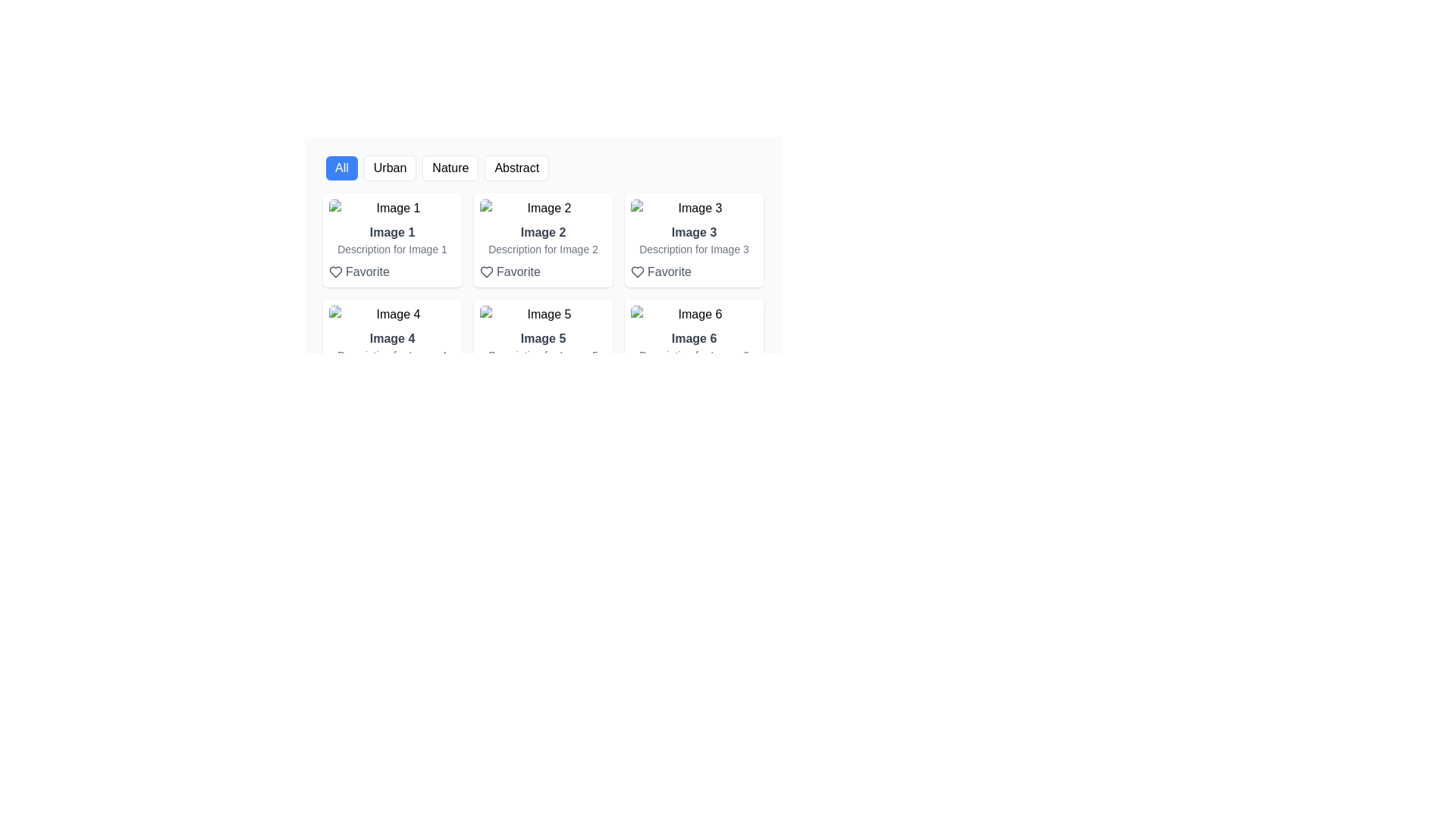  Describe the element at coordinates (358, 271) in the screenshot. I see `the interactive button to mark the associated image as a favorite, located under the 'Description for Image 1' text in the first column of the grid` at that location.